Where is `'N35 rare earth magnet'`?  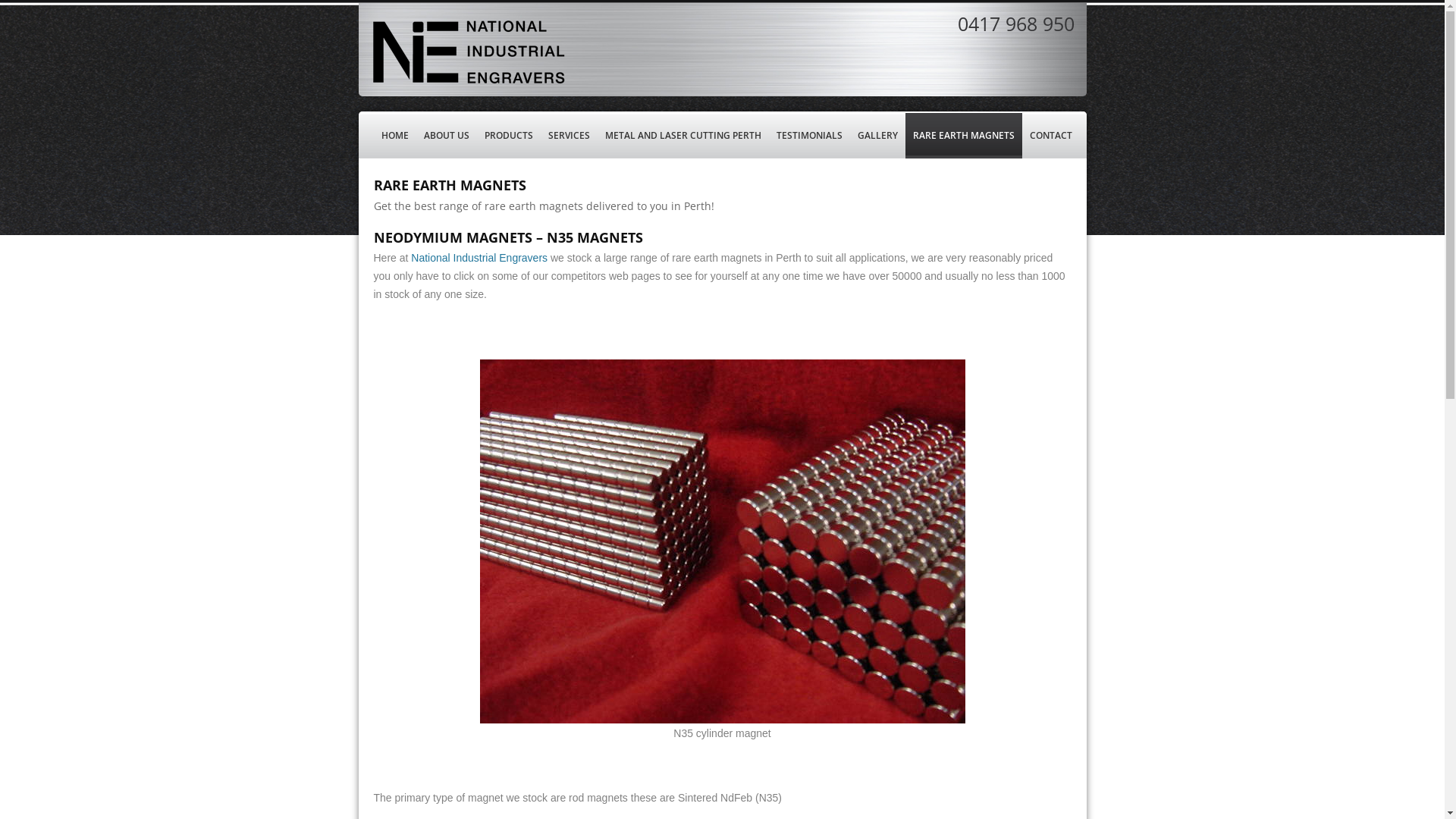
'N35 rare earth magnet' is located at coordinates (720, 540).